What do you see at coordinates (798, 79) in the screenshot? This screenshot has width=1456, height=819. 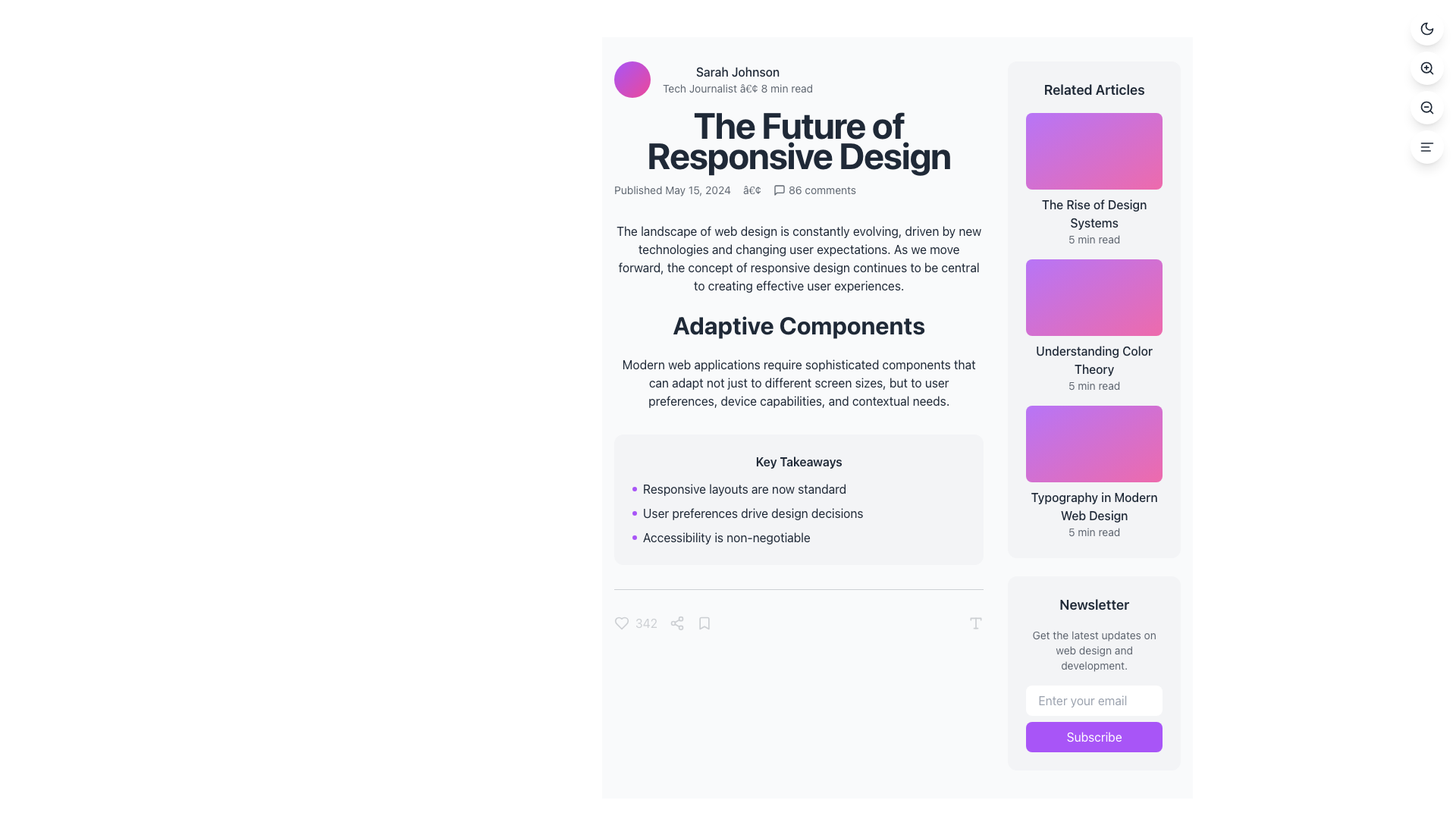 I see `the first composite component consisting of an avatar and text-based labels, which features a circular gradient avatar and the name 'Sarah Johnson' with the subtitle 'Tech Journalist • 8 min read'` at bounding box center [798, 79].